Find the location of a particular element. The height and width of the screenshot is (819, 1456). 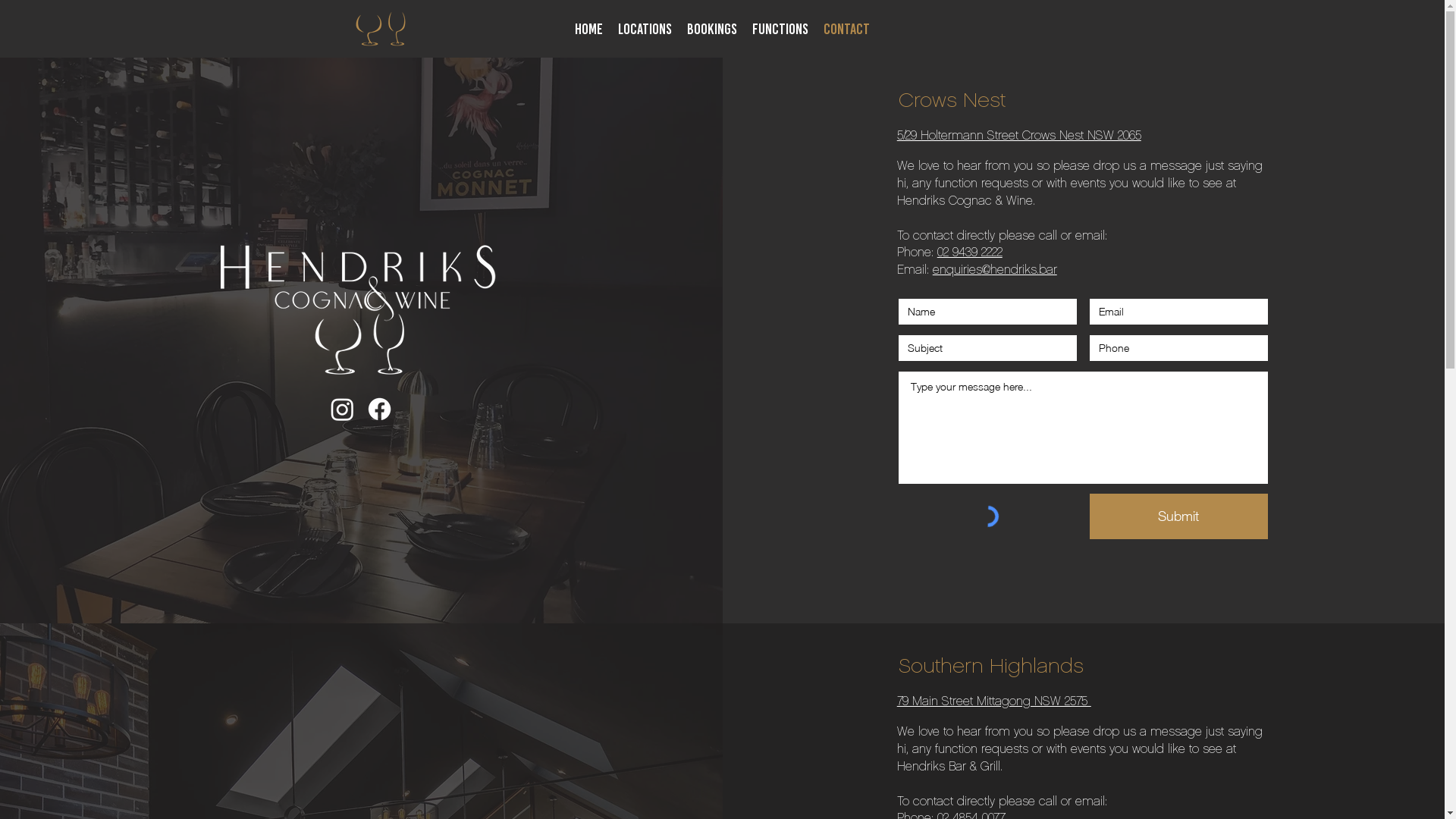

'@hendriks.bar' is located at coordinates (982, 269).